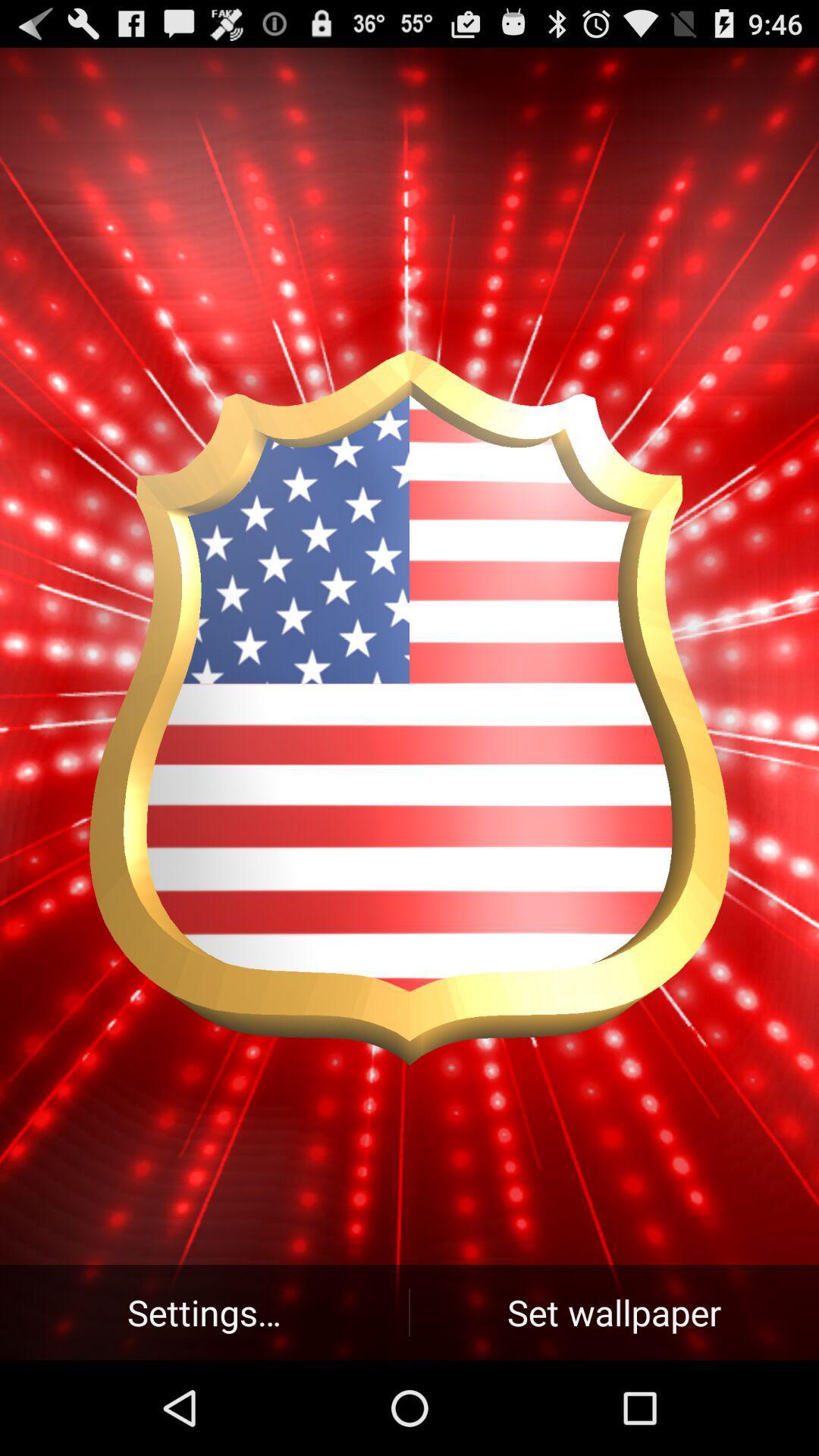 The height and width of the screenshot is (1456, 819). Describe the element at coordinates (614, 1312) in the screenshot. I see `the icon at the bottom right corner` at that location.